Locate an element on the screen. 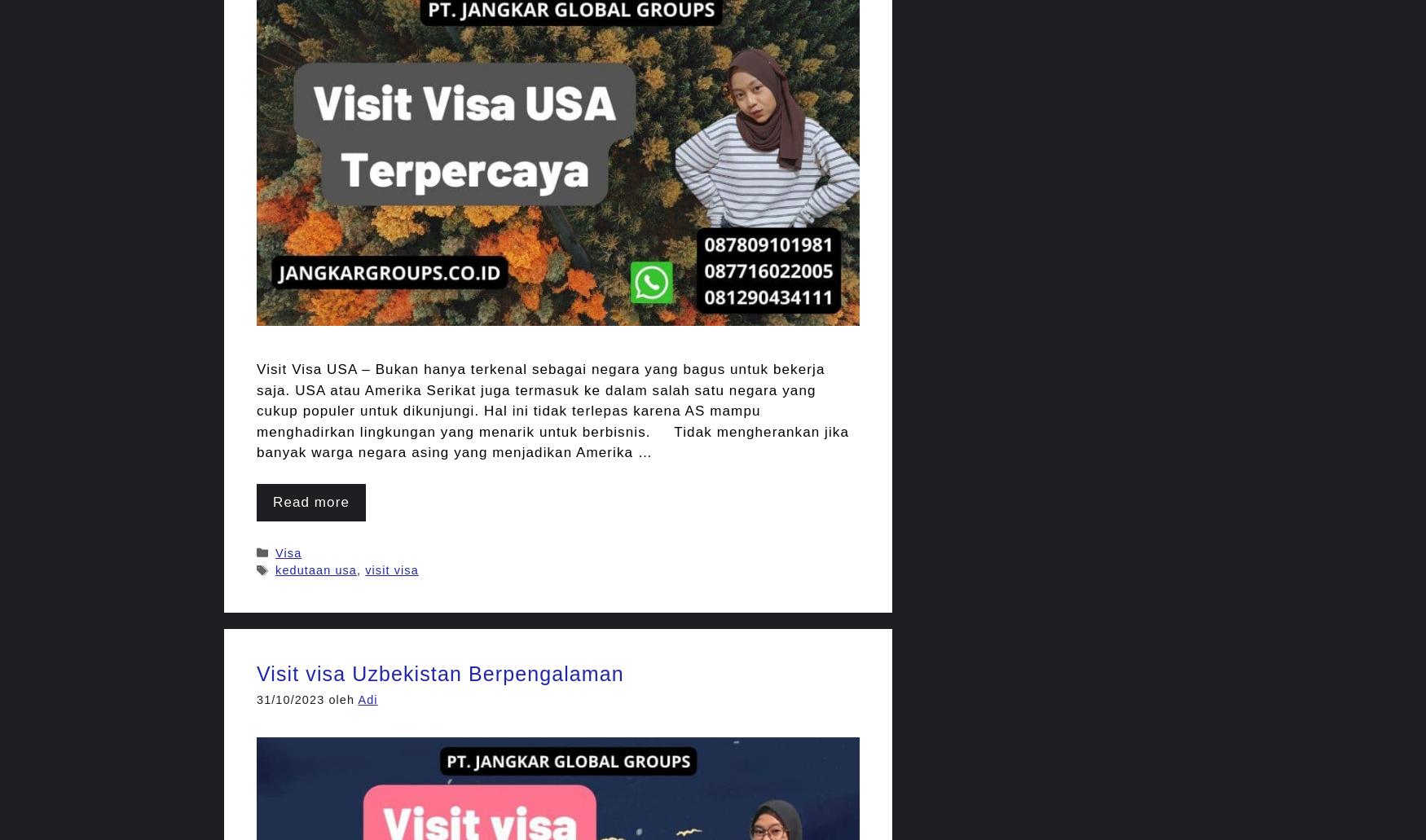  'kedutaan usa' is located at coordinates (315, 570).